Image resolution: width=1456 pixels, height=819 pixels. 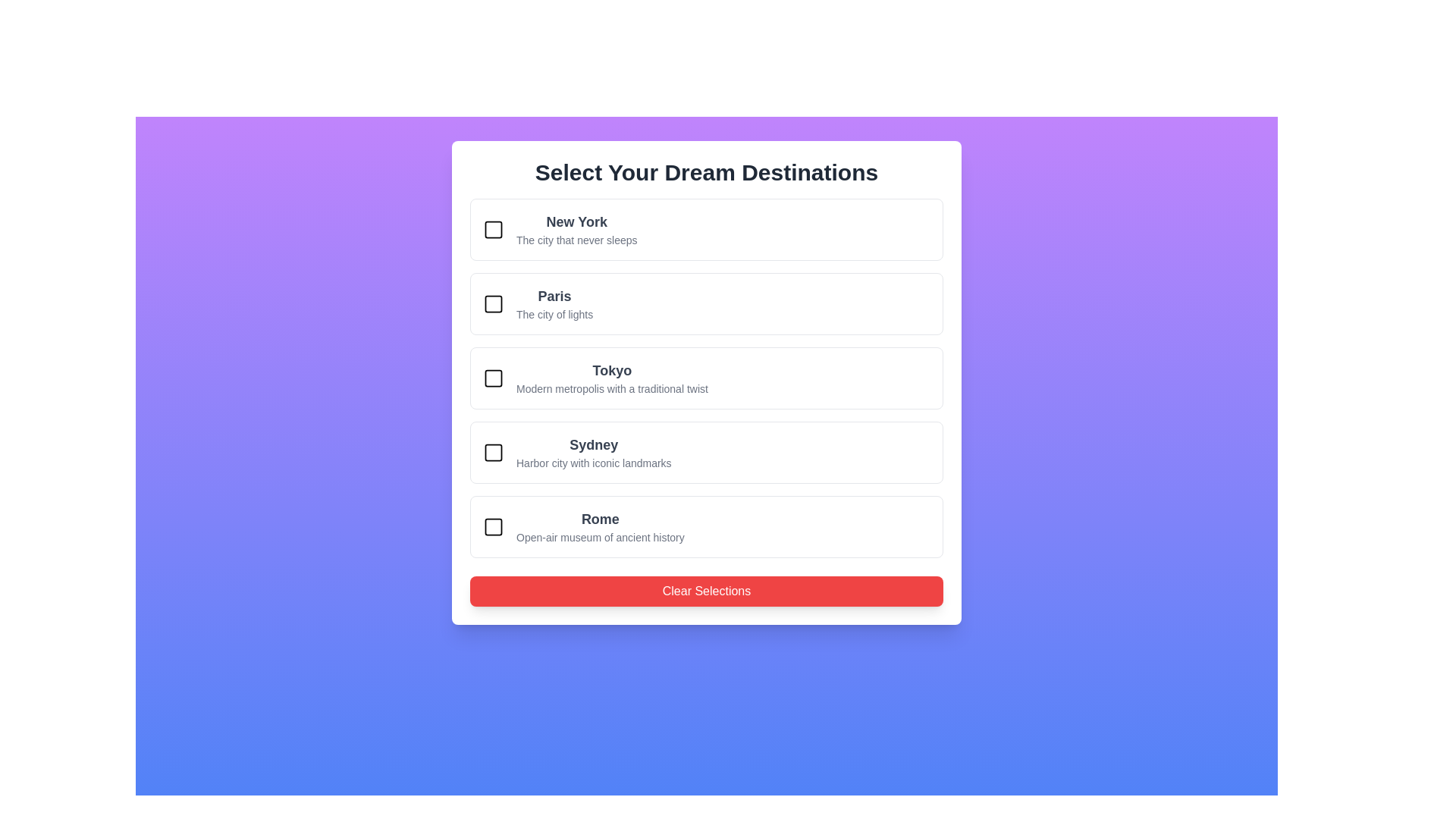 I want to click on the city Rome by clicking on its checkbox or card, so click(x=494, y=526).